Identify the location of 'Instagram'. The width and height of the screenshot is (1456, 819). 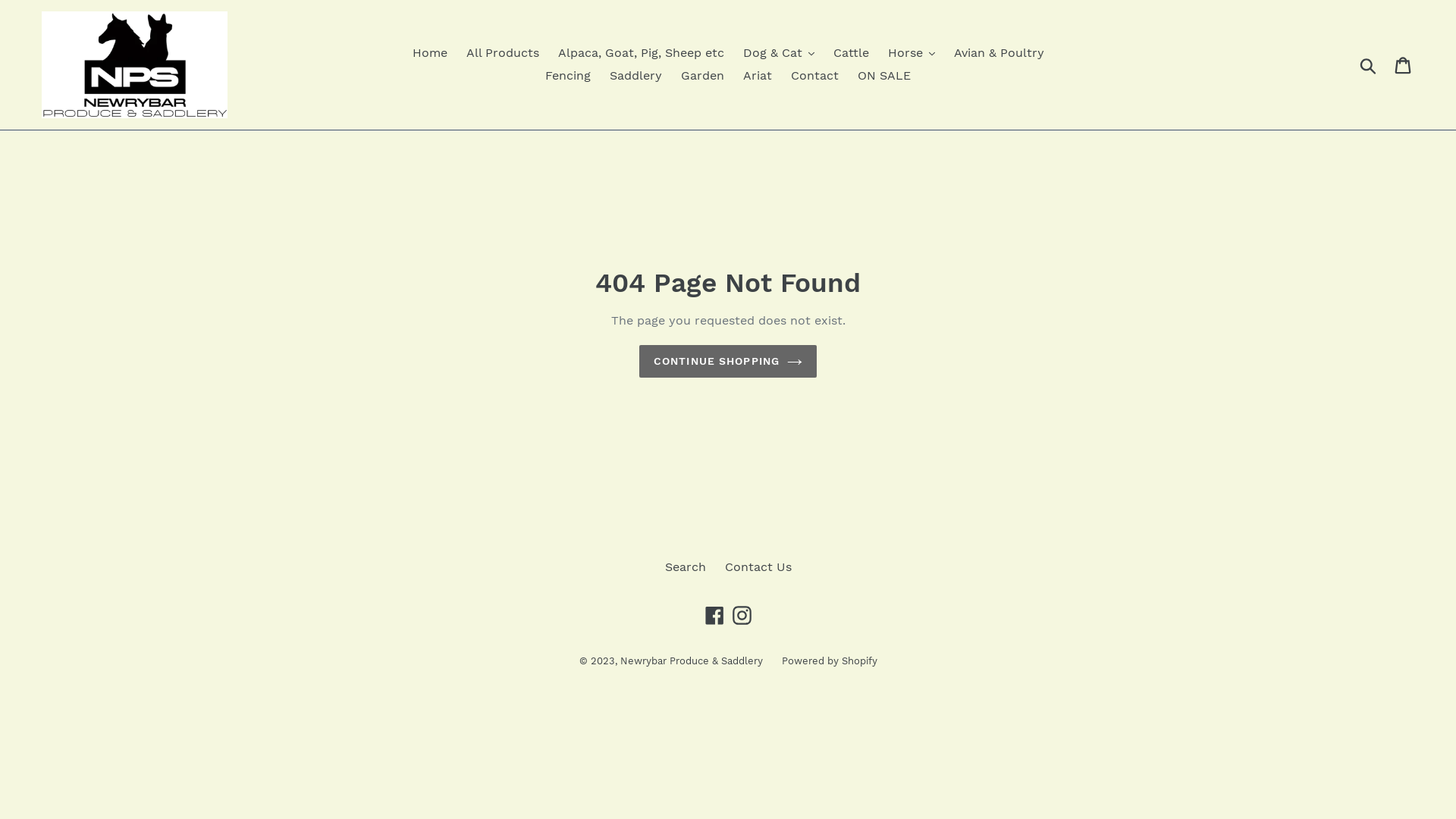
(729, 614).